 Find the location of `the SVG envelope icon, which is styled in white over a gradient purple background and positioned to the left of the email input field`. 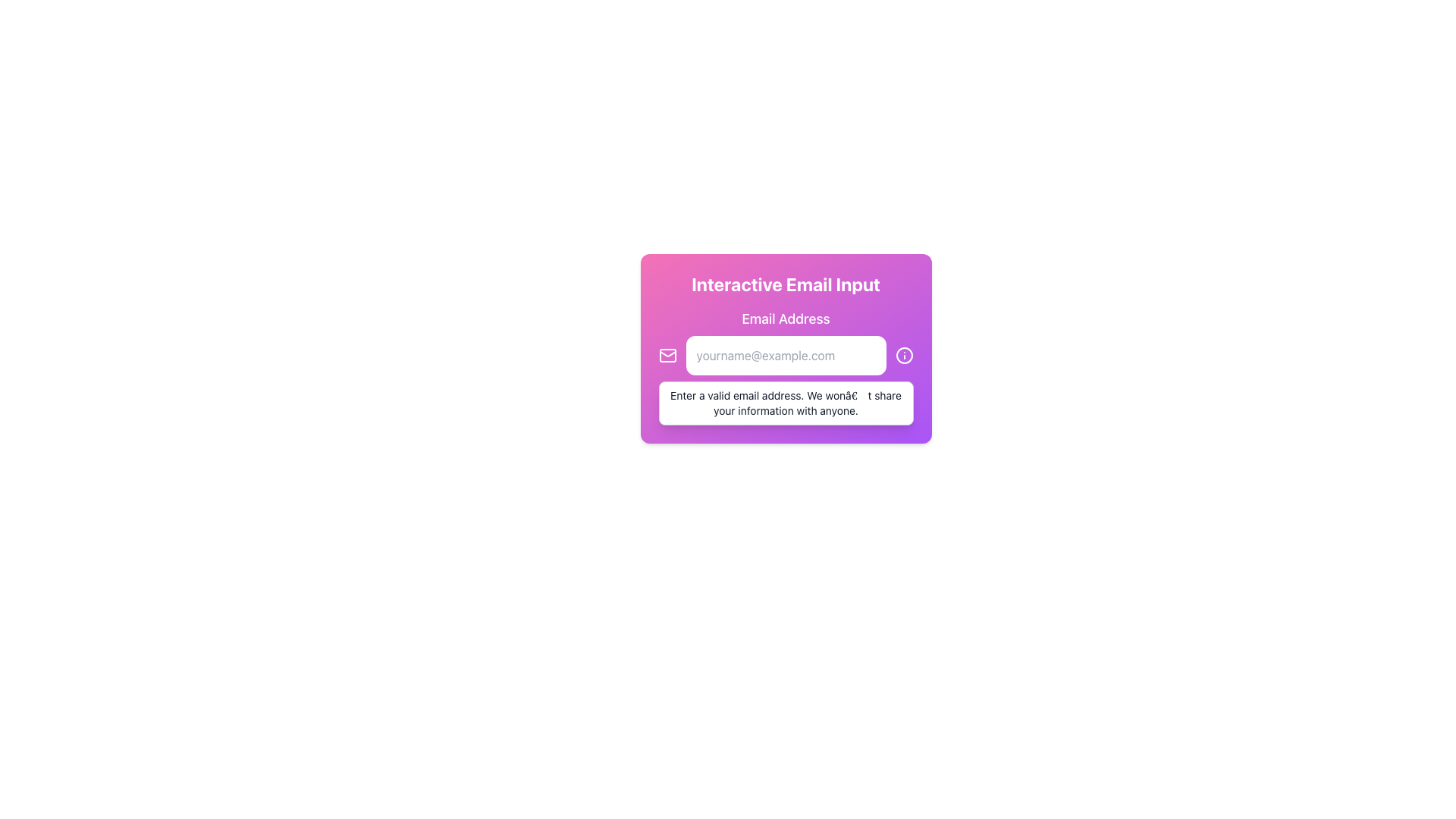

the SVG envelope icon, which is styled in white over a gradient purple background and positioned to the left of the email input field is located at coordinates (667, 356).